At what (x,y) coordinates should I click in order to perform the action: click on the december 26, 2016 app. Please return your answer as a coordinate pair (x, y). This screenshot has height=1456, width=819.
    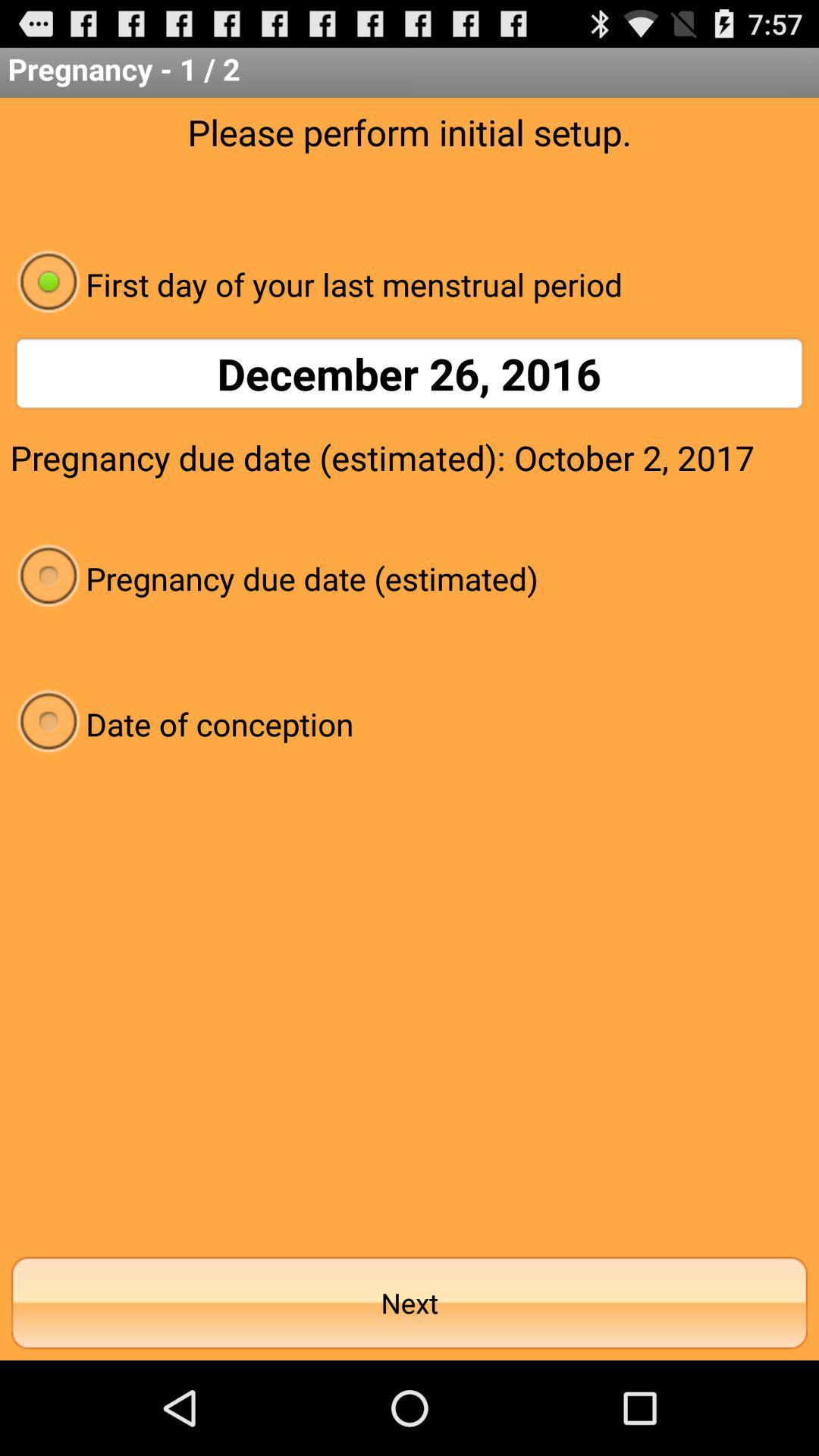
    Looking at the image, I should click on (409, 373).